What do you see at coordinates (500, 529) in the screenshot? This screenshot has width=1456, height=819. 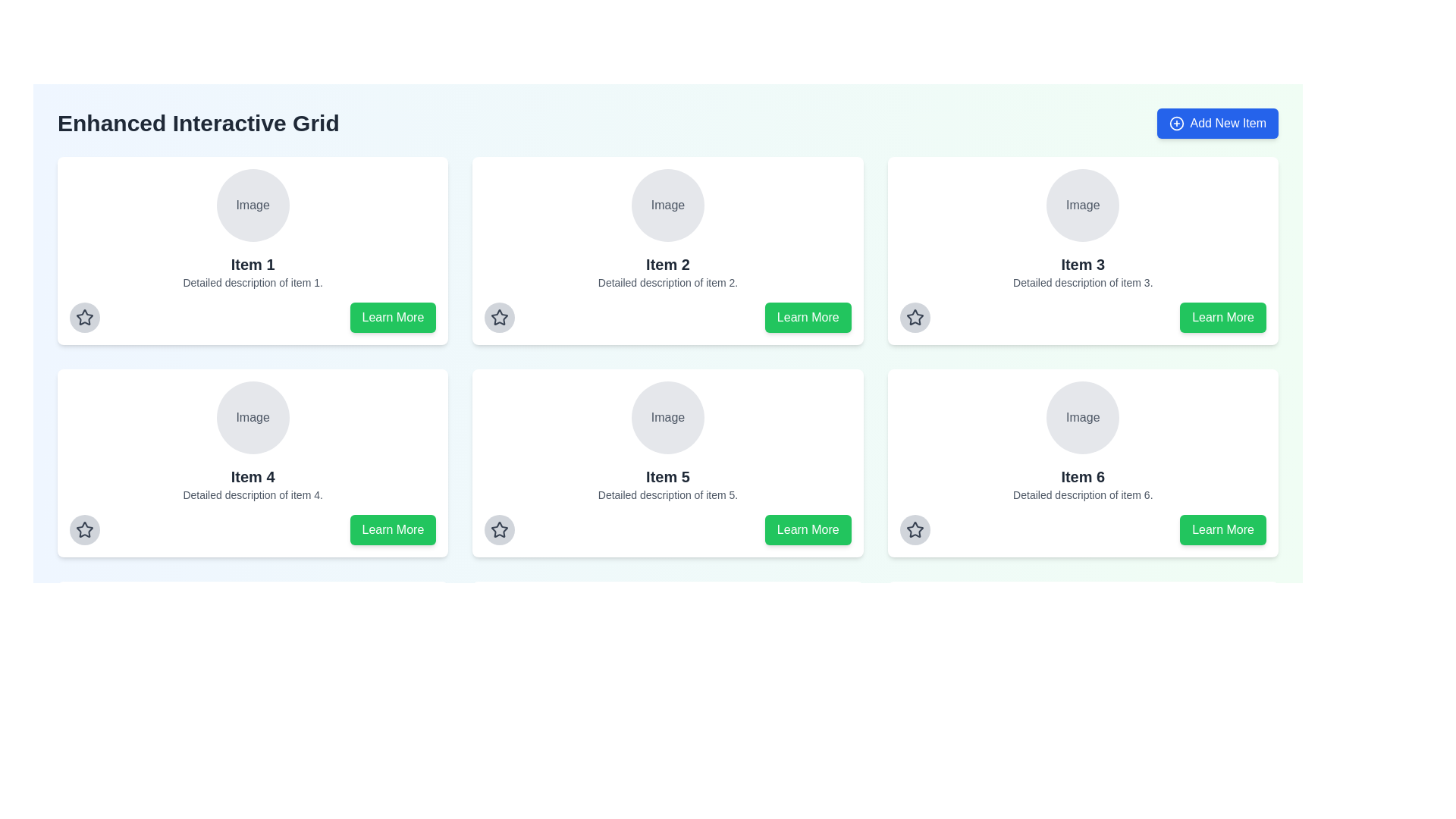 I see `the button with an icon located` at bounding box center [500, 529].